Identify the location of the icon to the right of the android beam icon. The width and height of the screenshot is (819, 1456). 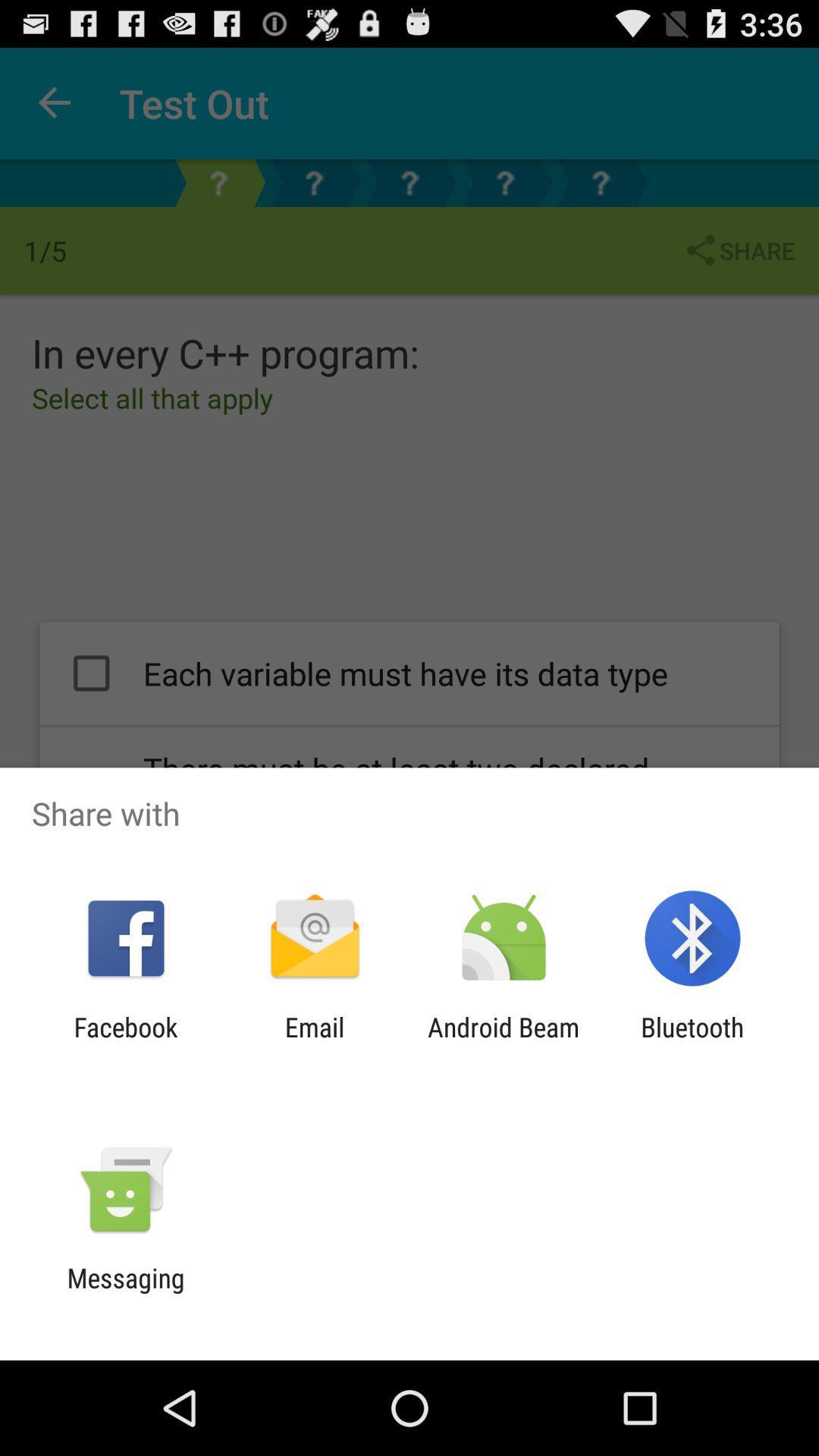
(692, 1042).